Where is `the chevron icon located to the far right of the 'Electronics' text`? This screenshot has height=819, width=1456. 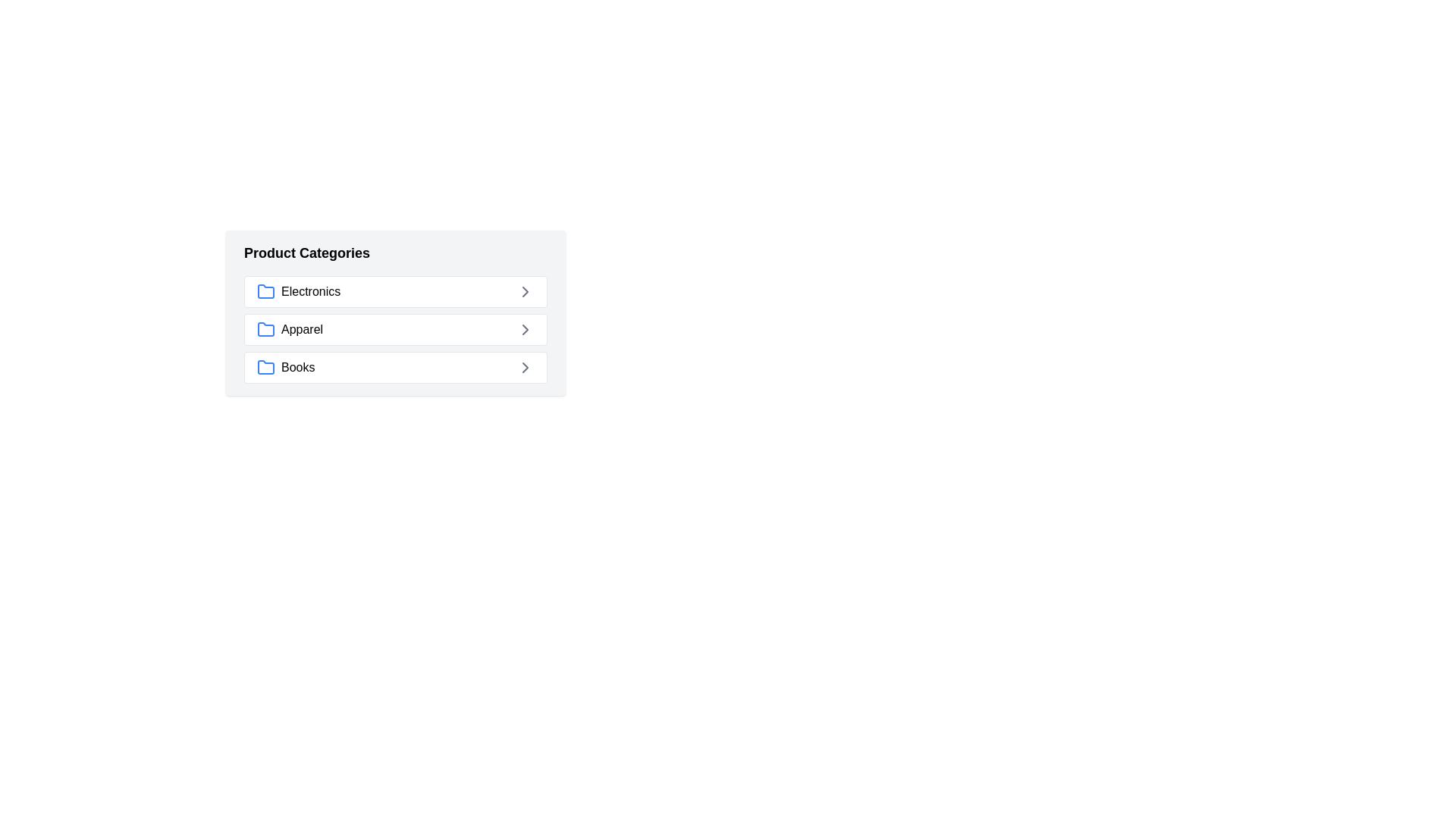 the chevron icon located to the far right of the 'Electronics' text is located at coordinates (525, 292).